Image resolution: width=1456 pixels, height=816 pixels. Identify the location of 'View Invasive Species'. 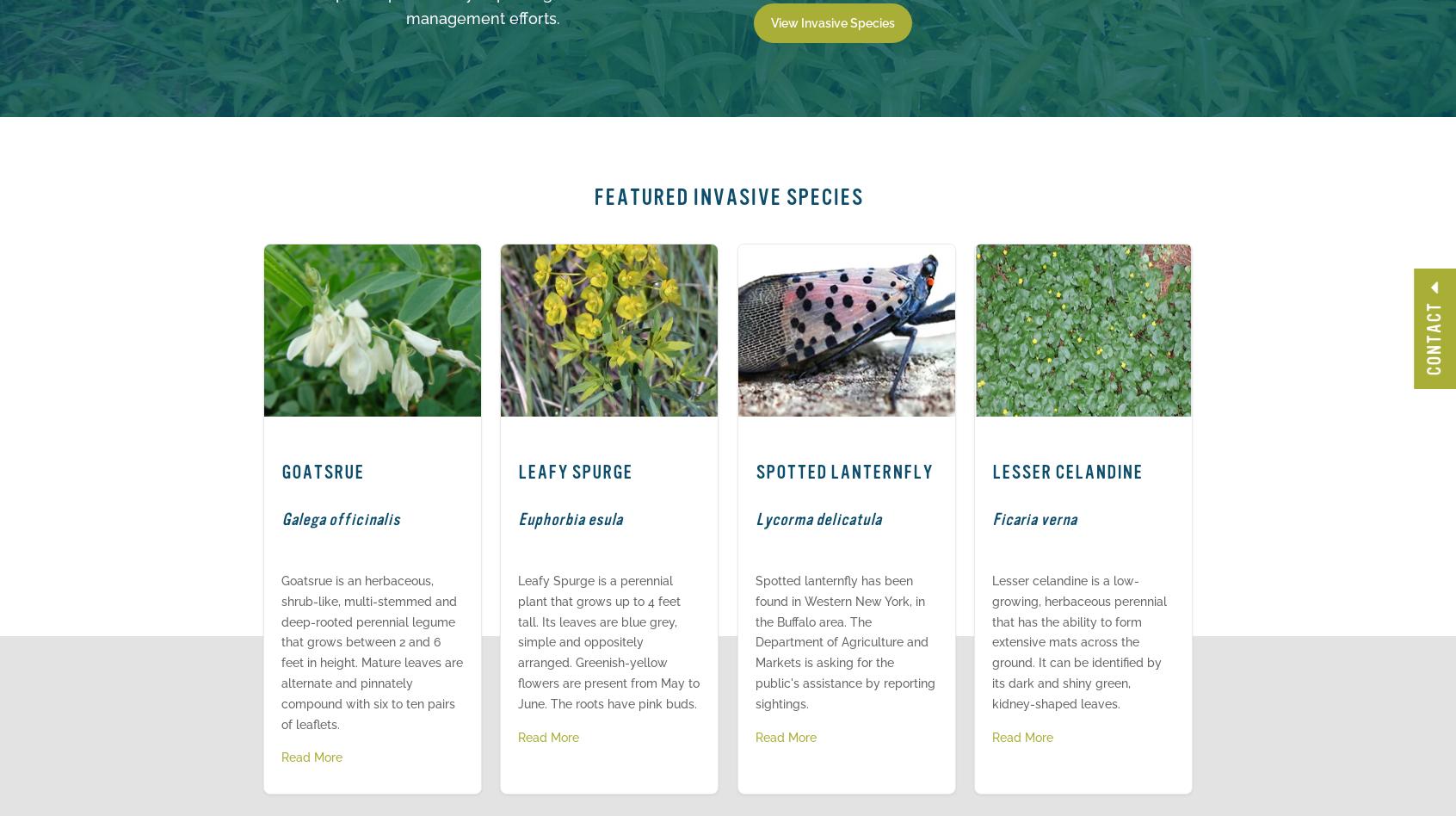
(769, 23).